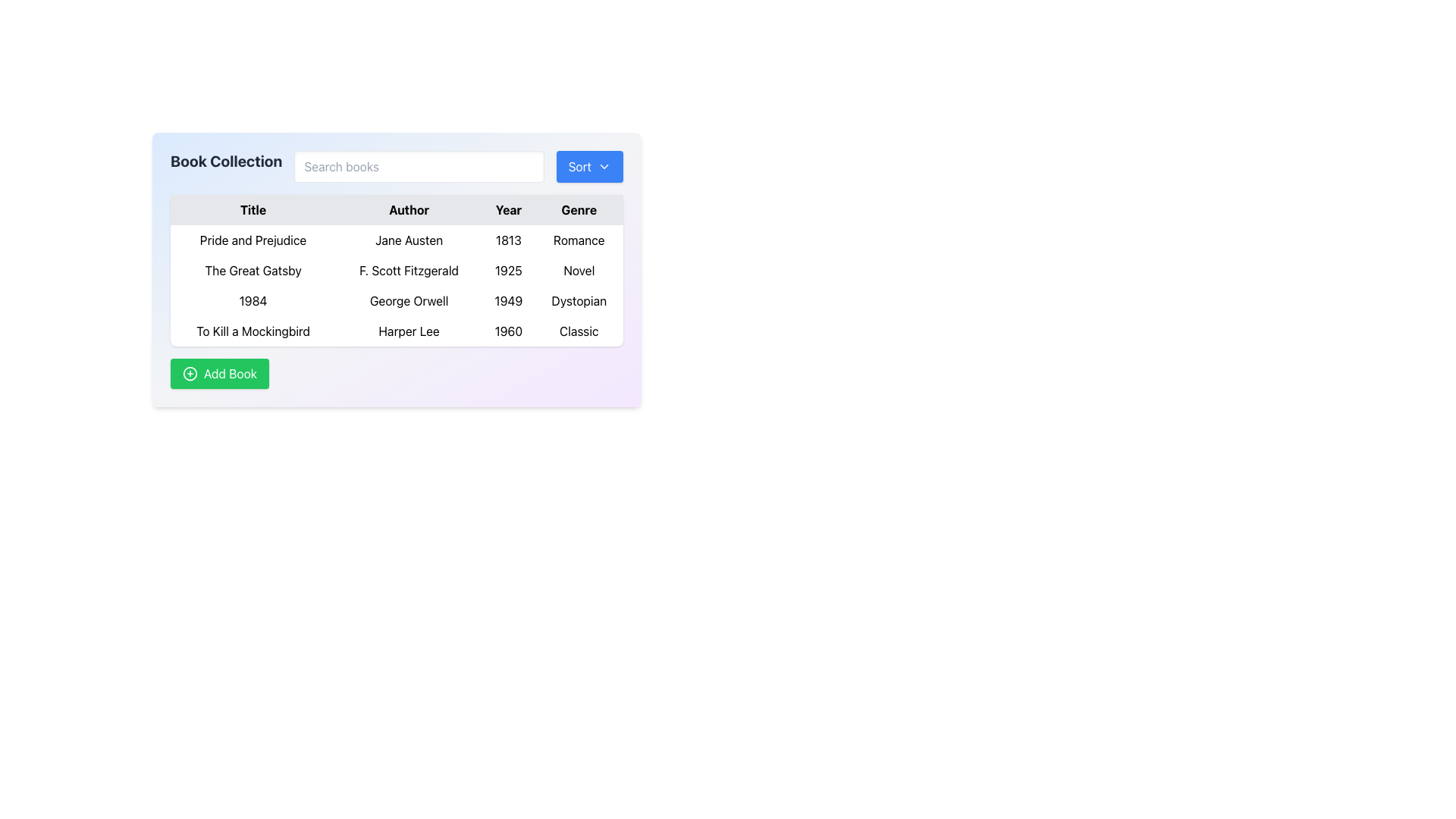 This screenshot has width=1456, height=819. I want to click on the Text Label indicating the genre of the book 'Pride and Prejudice' in the first row of the table, so click(578, 239).